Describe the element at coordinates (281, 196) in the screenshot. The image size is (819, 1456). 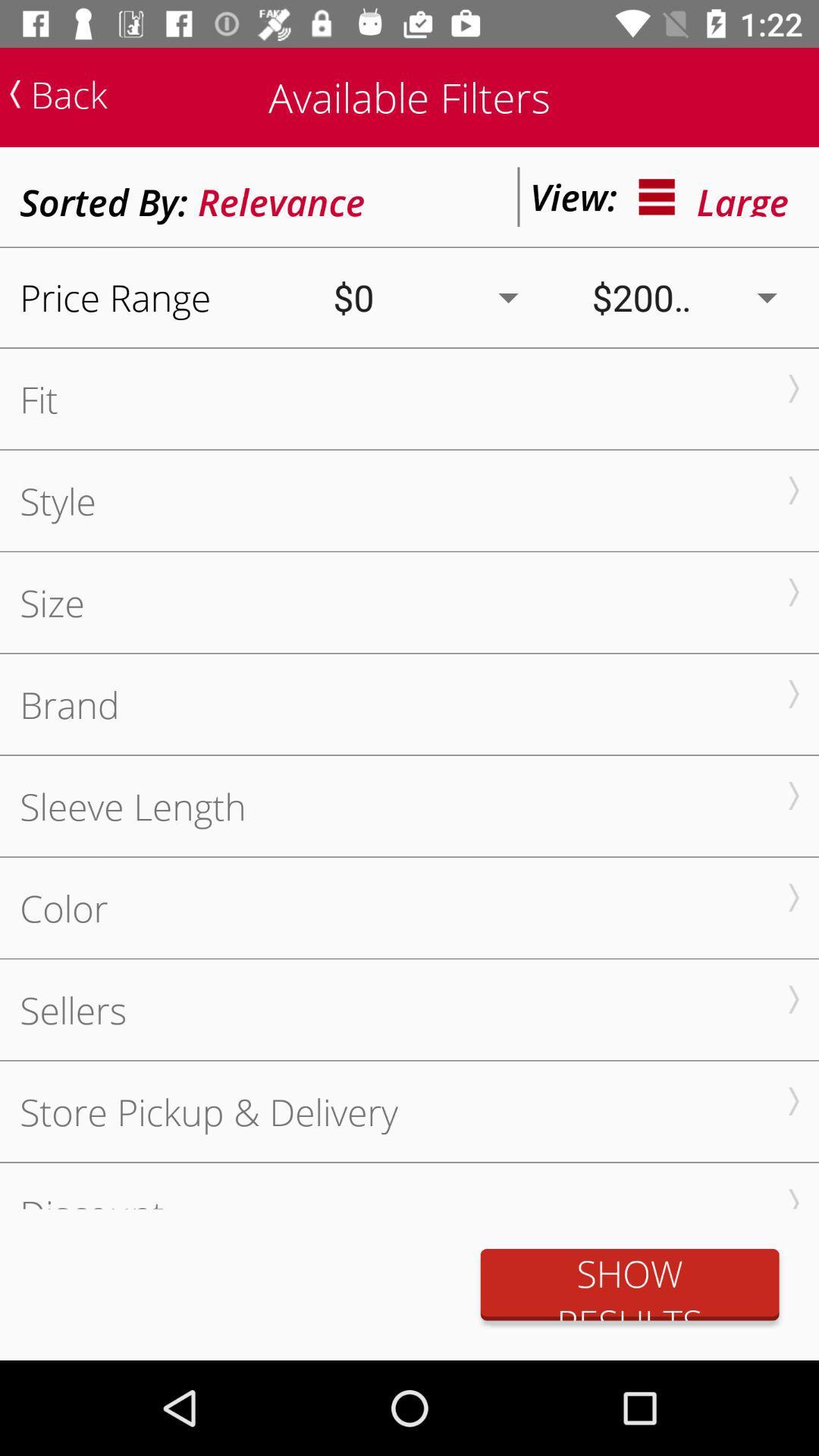
I see `icon next to the sorted by: icon` at that location.